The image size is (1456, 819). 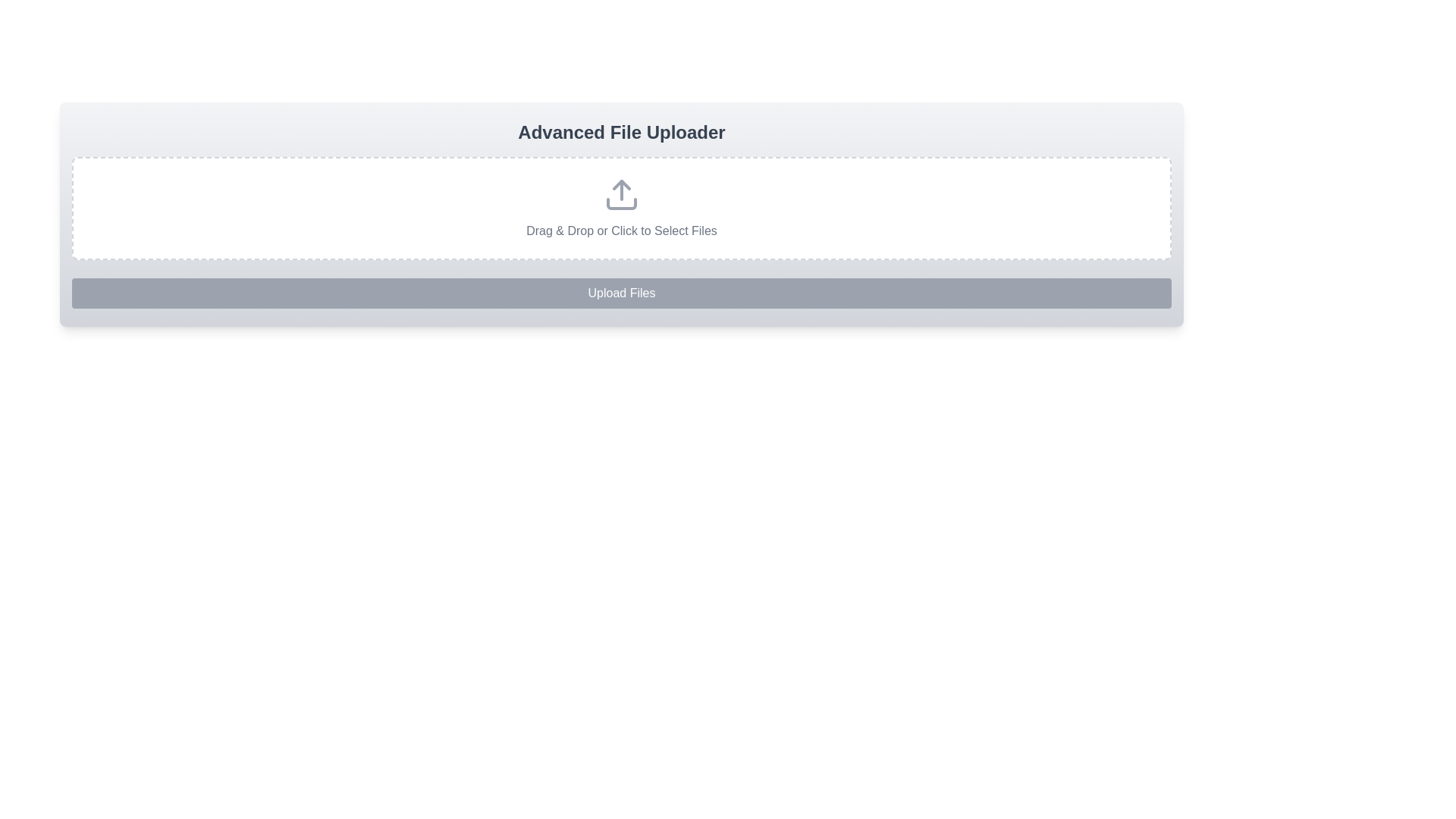 I want to click on the text label that says 'Drag & Drop or Click to Select Files', which is styled in gray and located within a dashed border area under an upload icon and above the 'Upload Files' button, so click(x=622, y=231).